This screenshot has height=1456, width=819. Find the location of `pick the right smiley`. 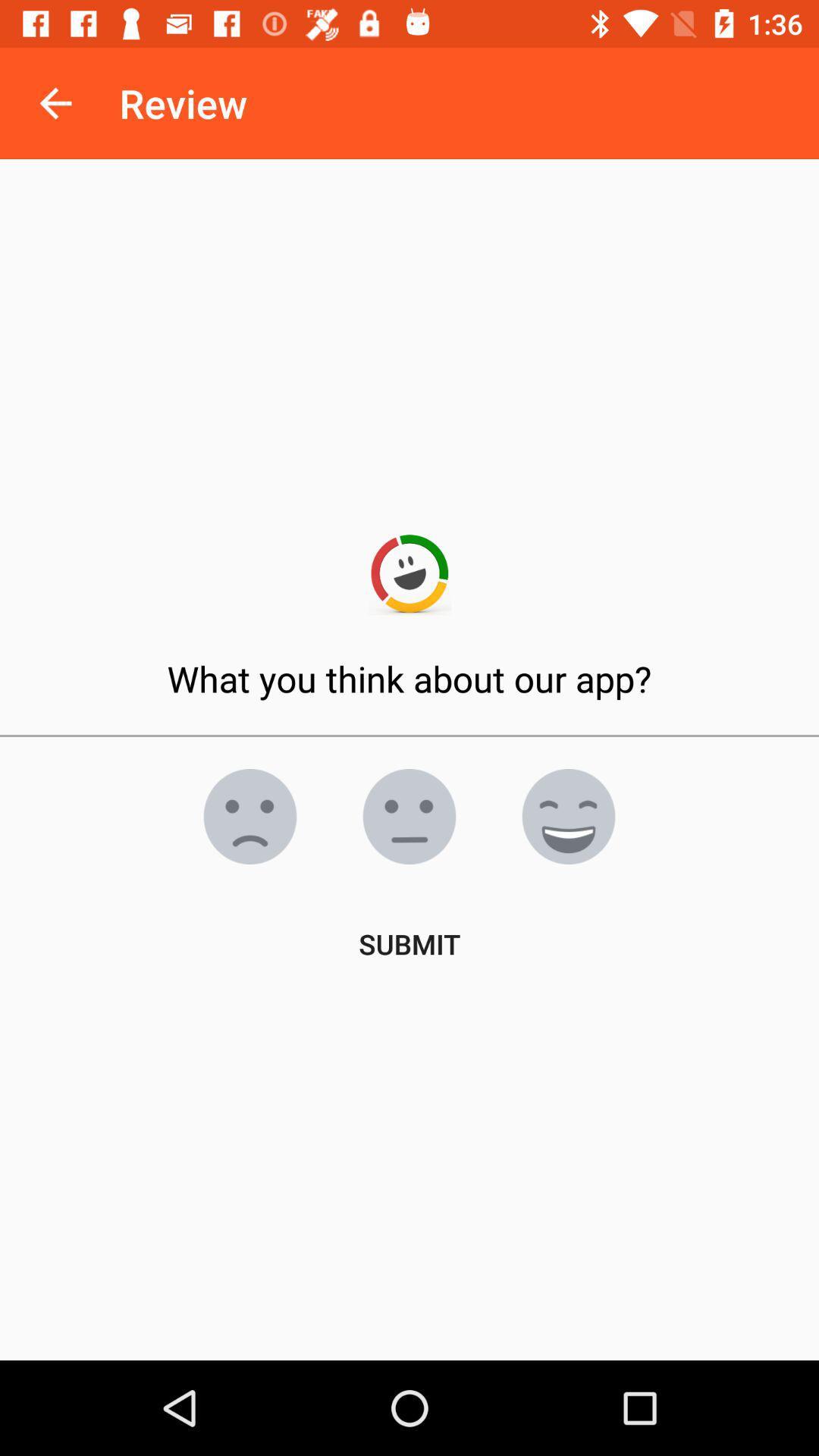

pick the right smiley is located at coordinates (249, 815).